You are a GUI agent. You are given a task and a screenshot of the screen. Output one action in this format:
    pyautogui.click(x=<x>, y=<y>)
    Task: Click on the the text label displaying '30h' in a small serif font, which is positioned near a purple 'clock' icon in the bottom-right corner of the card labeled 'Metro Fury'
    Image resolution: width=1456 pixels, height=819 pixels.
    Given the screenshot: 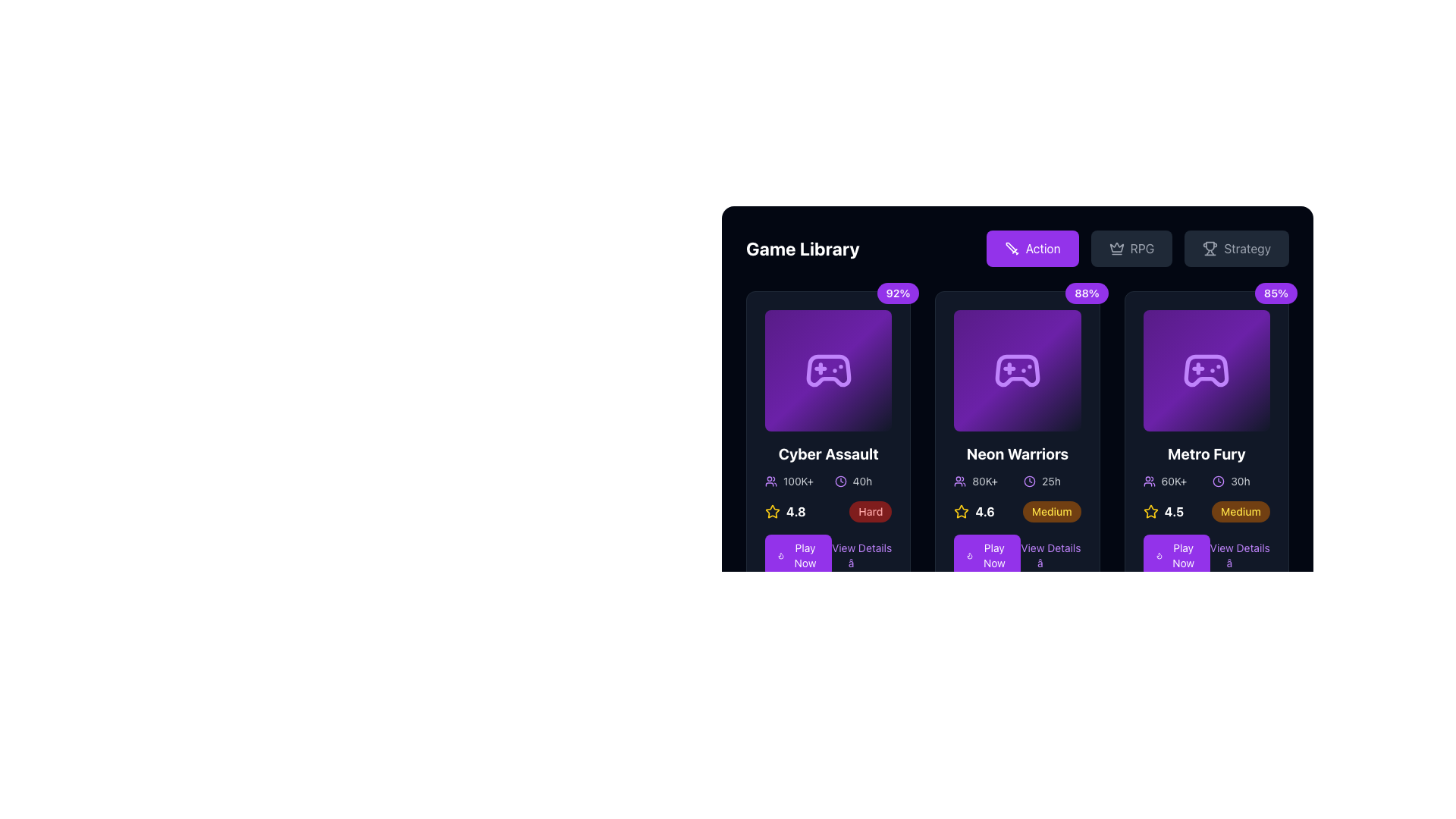 What is the action you would take?
    pyautogui.click(x=1241, y=482)
    